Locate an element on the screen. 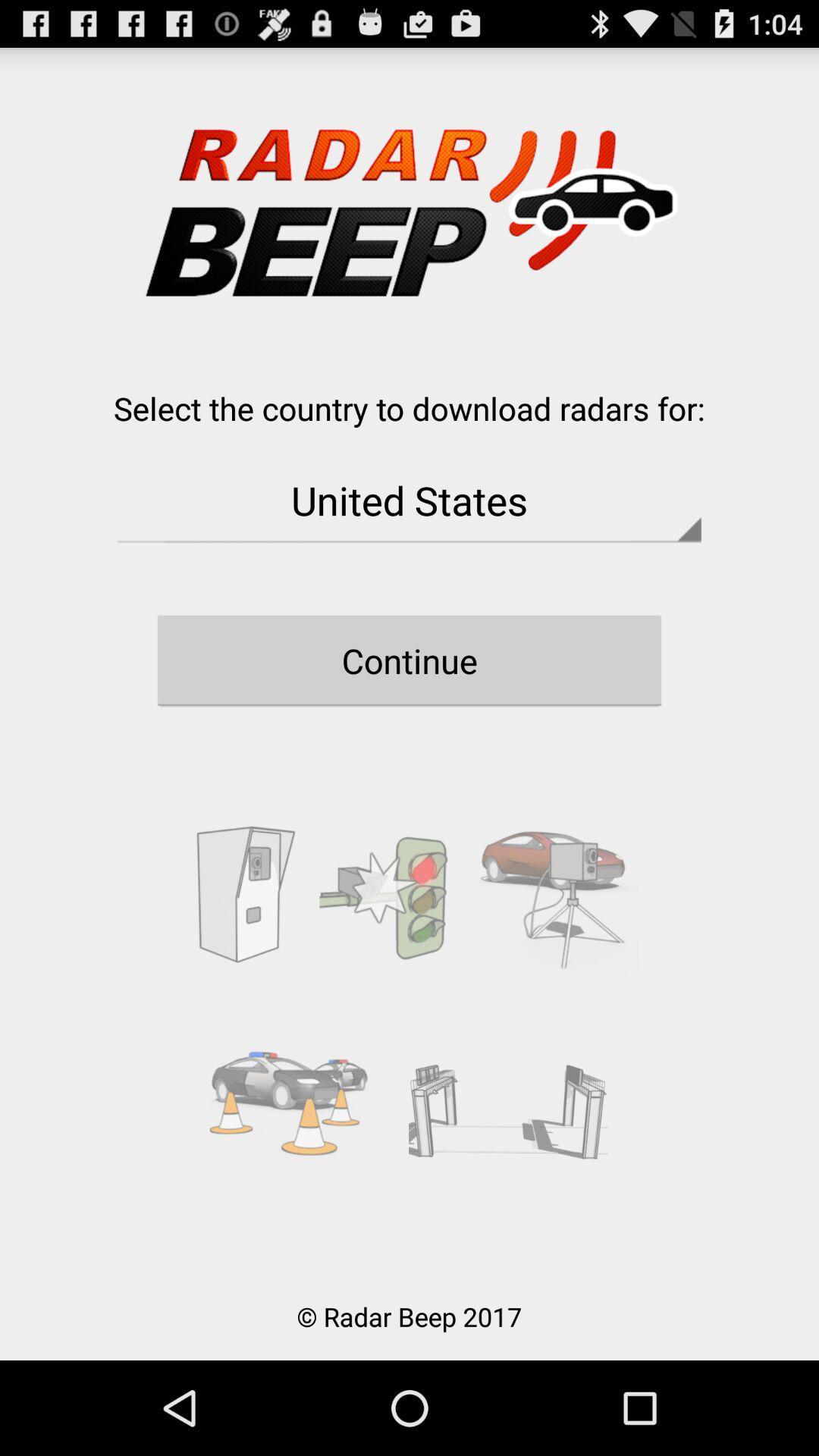  the icon below select the country icon is located at coordinates (409, 500).